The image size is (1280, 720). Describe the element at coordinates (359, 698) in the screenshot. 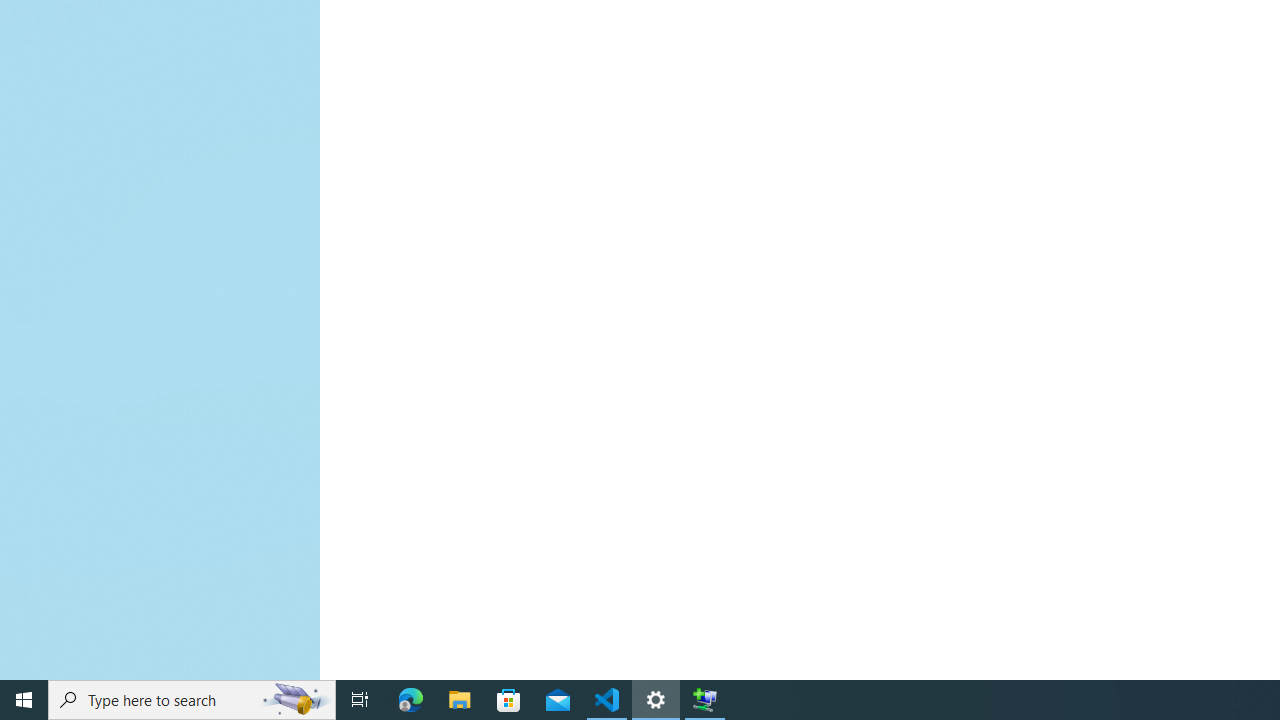

I see `'Task View'` at that location.